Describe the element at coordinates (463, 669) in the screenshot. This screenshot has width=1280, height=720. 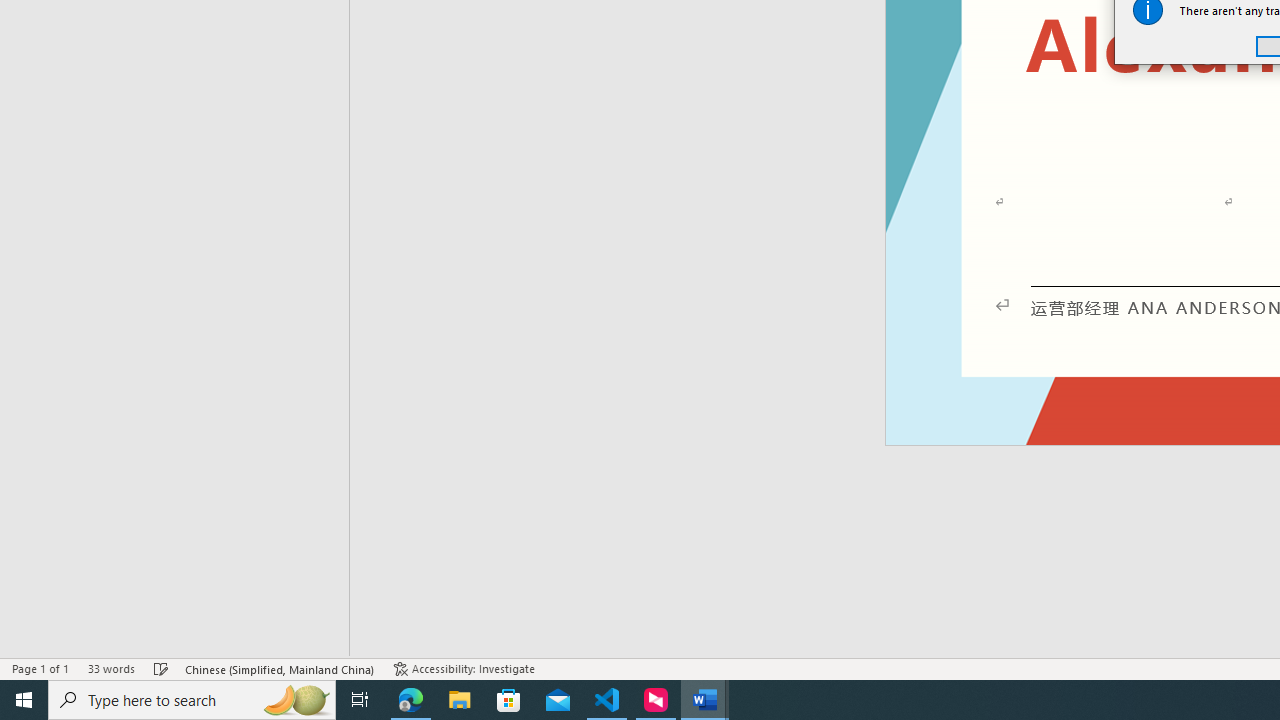
I see `'Accessibility Checker Accessibility: Investigate'` at that location.